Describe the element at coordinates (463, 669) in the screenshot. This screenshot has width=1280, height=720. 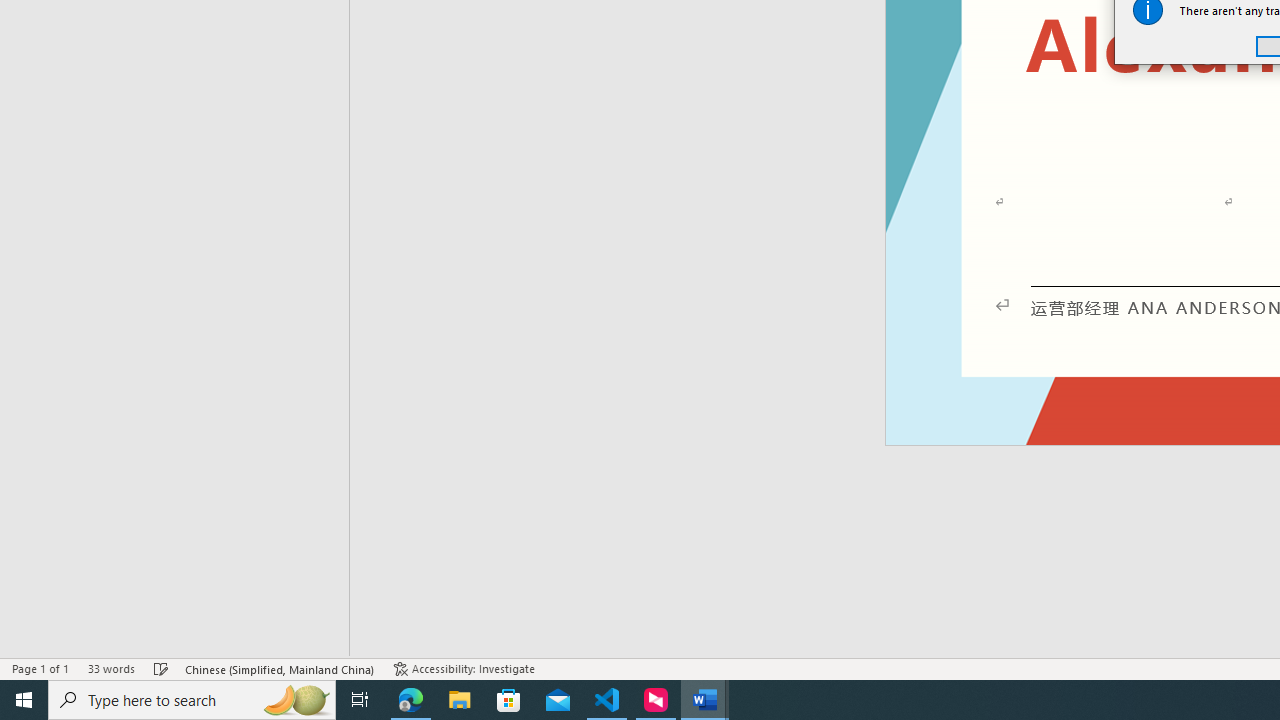
I see `'Accessibility Checker Accessibility: Investigate'` at that location.